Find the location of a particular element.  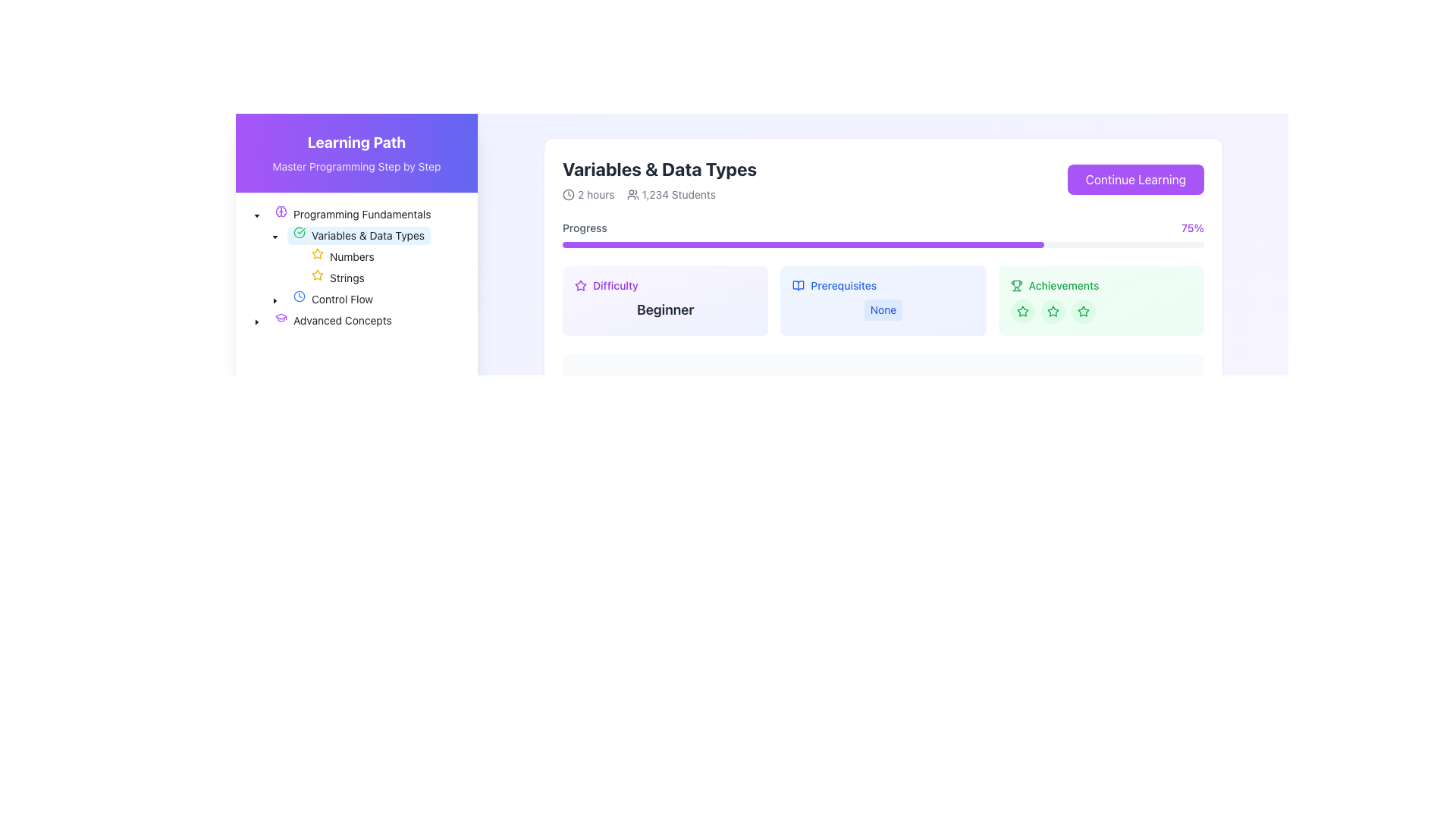

the third circular achievement icon located in the 'Achievements' section on the right side of the interface is located at coordinates (1082, 311).